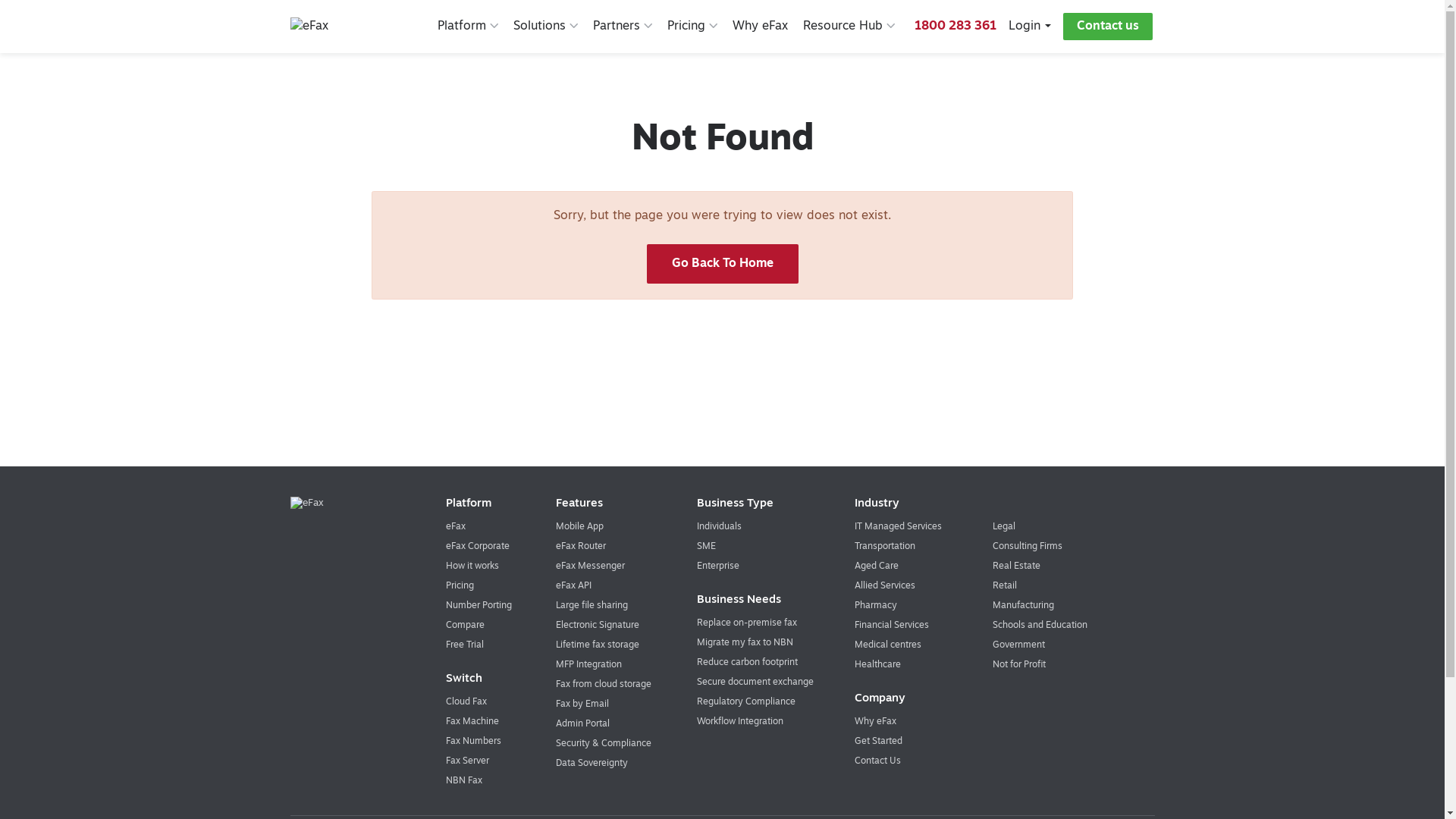 The image size is (1456, 819). Describe the element at coordinates (745, 701) in the screenshot. I see `'Regulatory Compliance'` at that location.